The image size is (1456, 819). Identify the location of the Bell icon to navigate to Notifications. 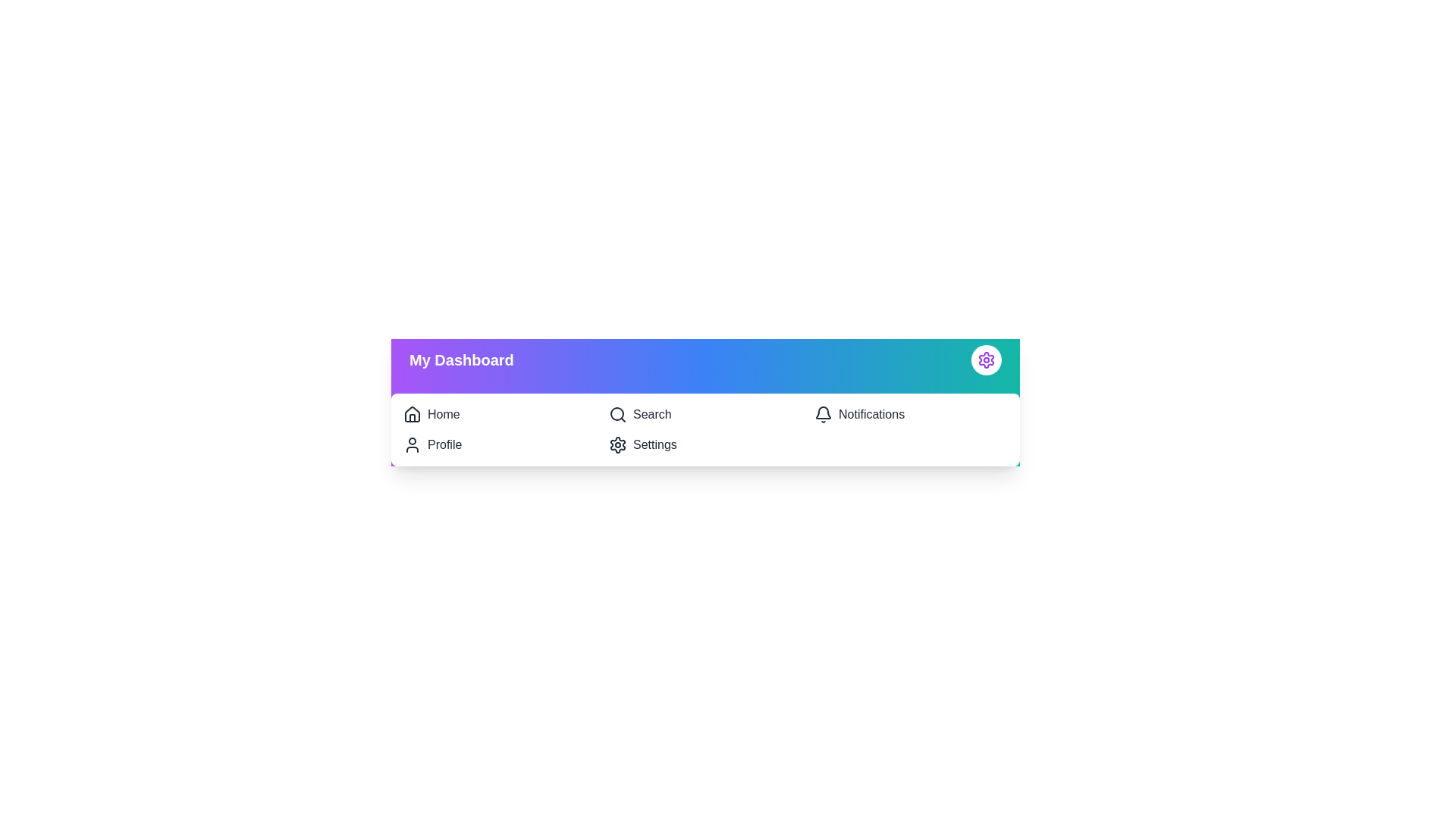
(822, 415).